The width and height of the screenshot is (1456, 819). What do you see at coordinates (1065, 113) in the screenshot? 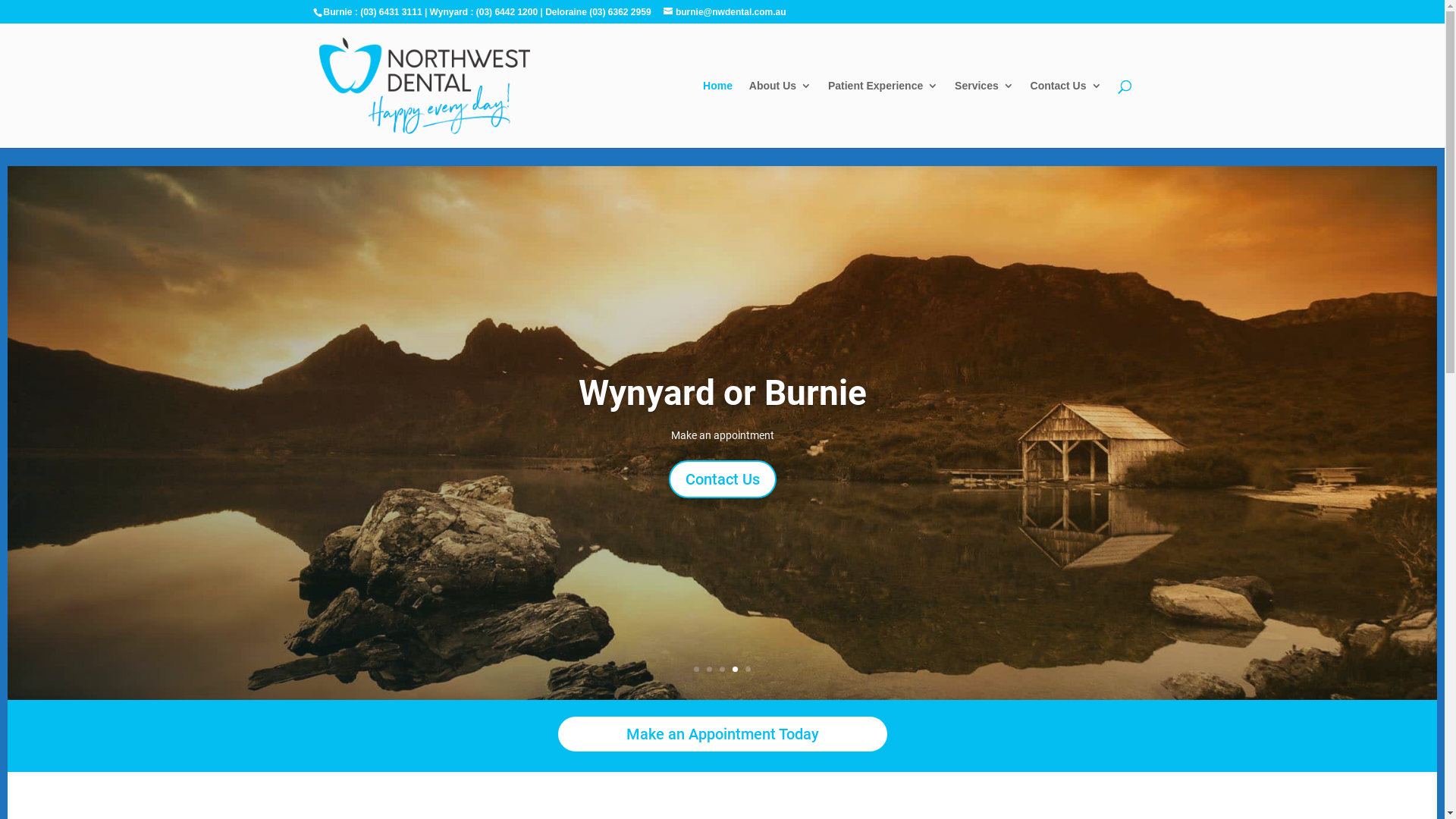
I see `'Contact Us'` at bounding box center [1065, 113].